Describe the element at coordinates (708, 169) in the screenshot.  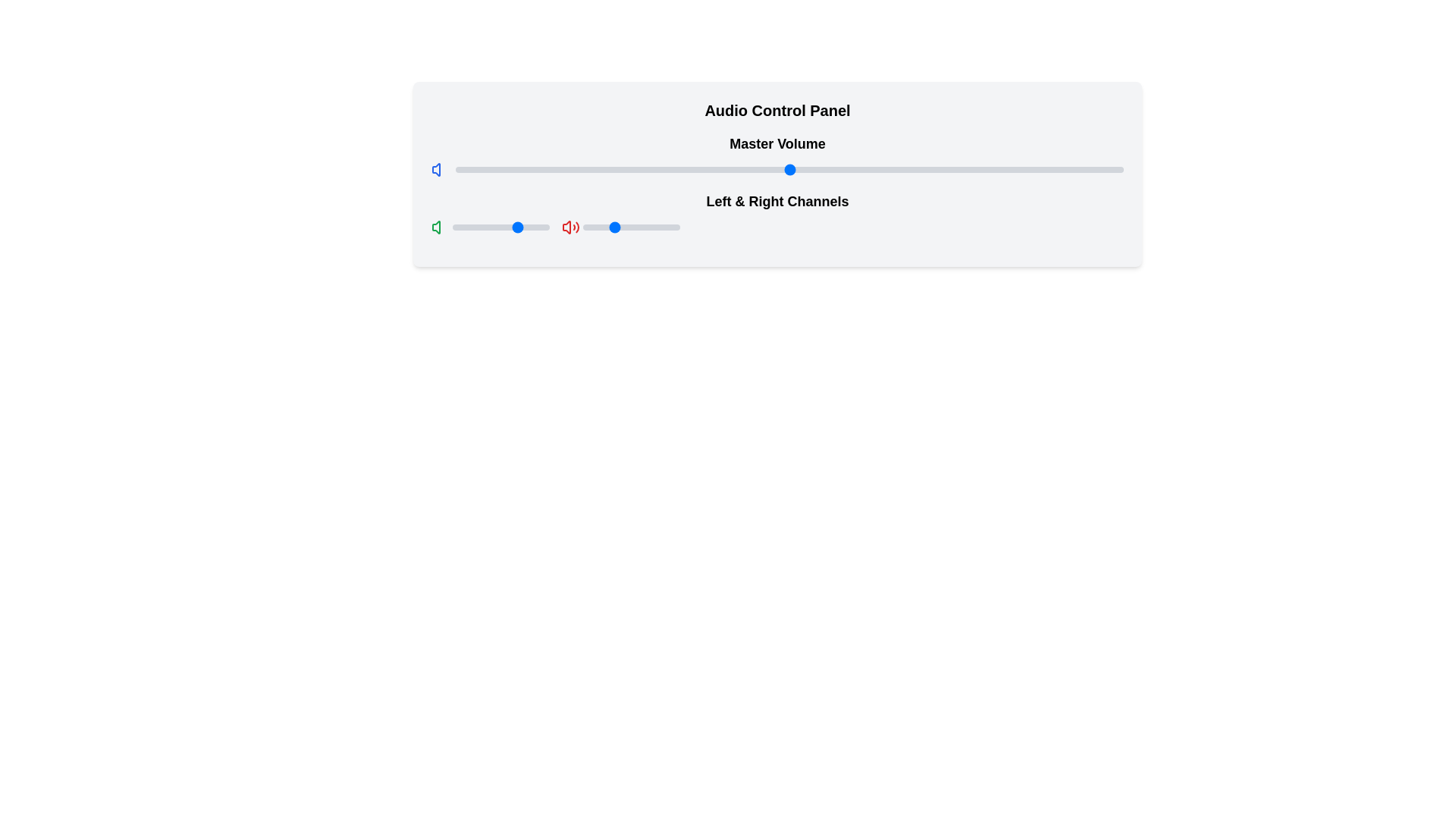
I see `the master volume level` at that location.